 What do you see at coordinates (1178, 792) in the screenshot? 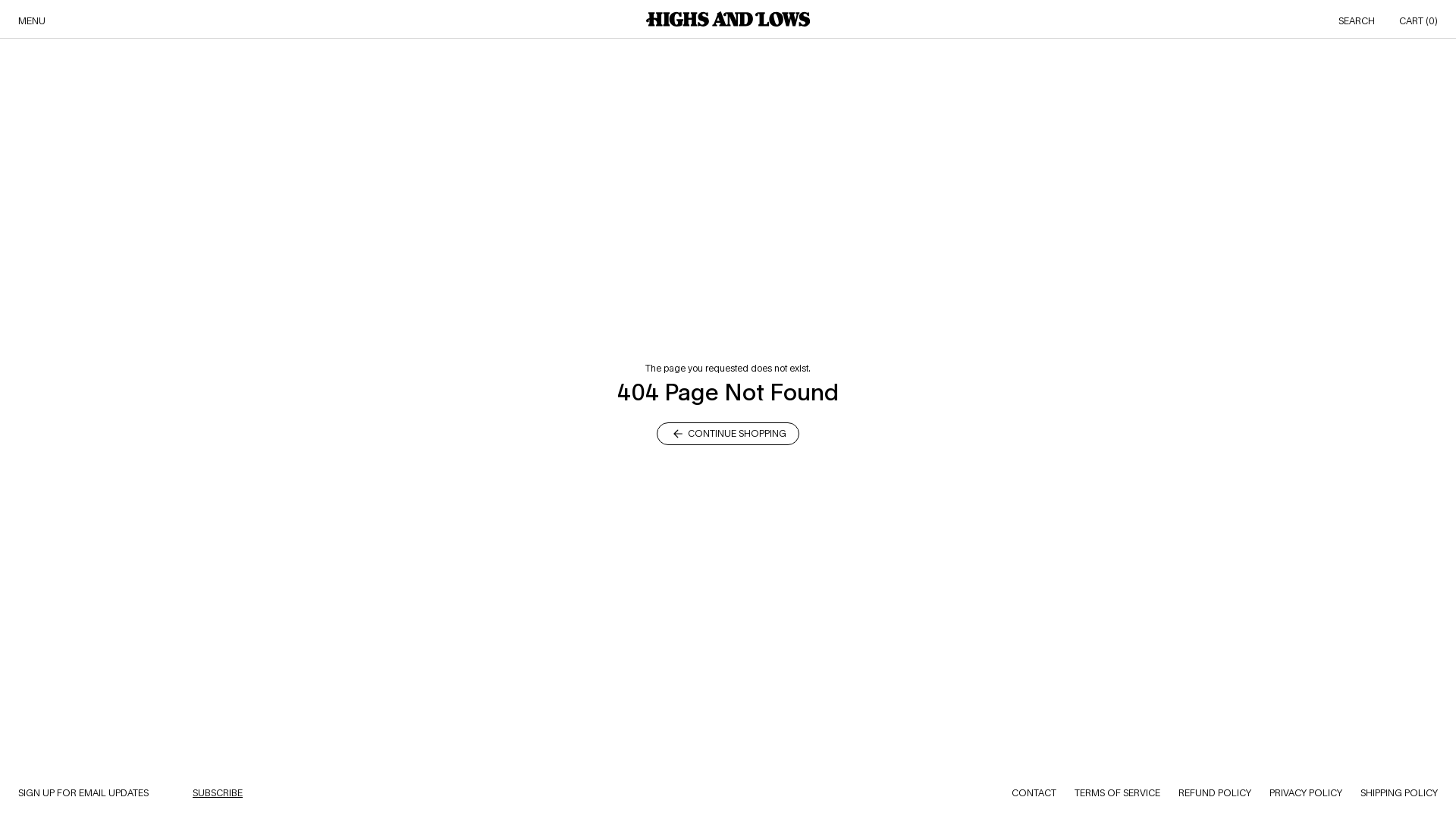
I see `'REFUND POLICY'` at bounding box center [1178, 792].